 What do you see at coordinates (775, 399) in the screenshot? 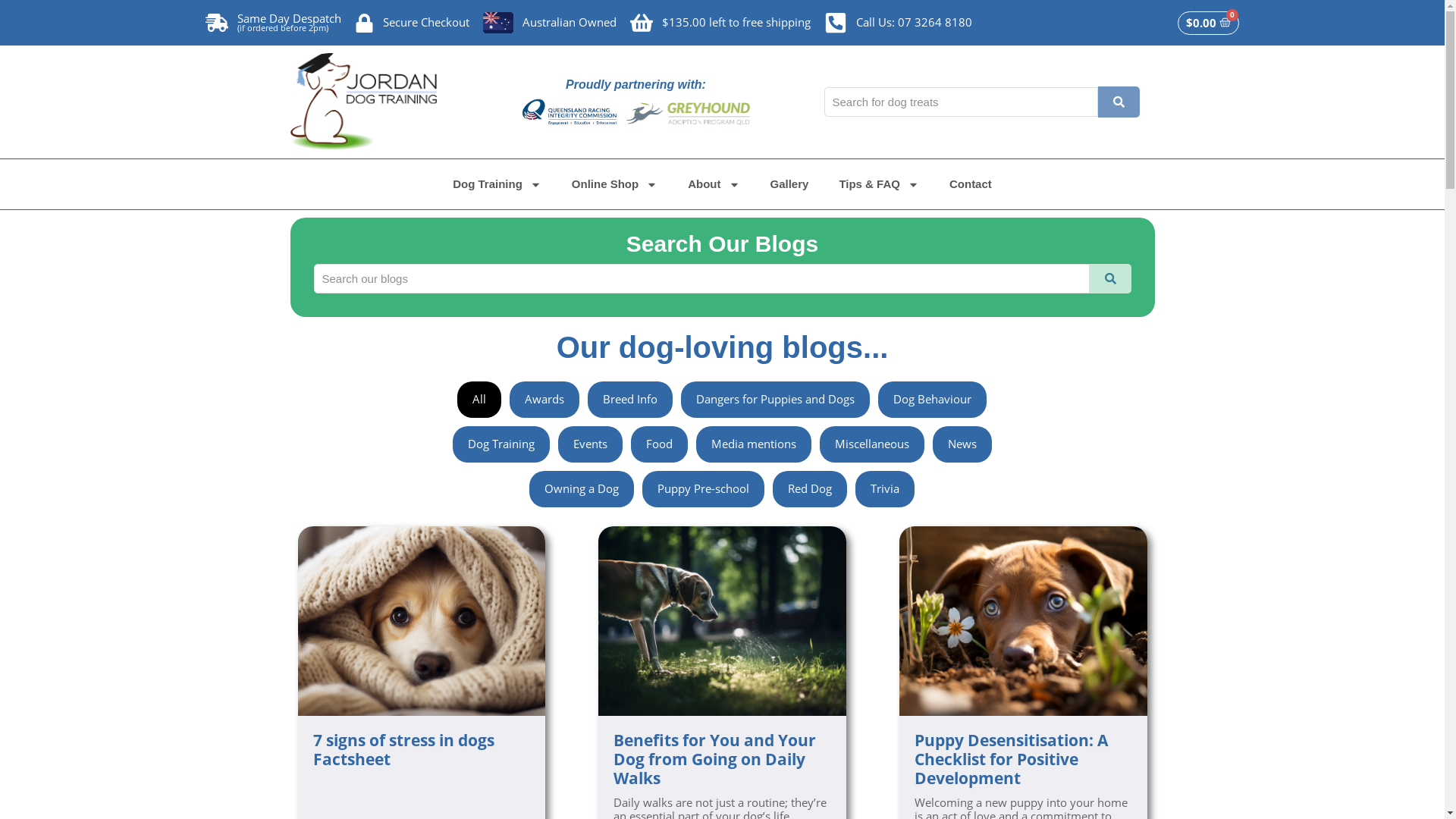
I see `'Dangers for Puppies and Dogs'` at bounding box center [775, 399].